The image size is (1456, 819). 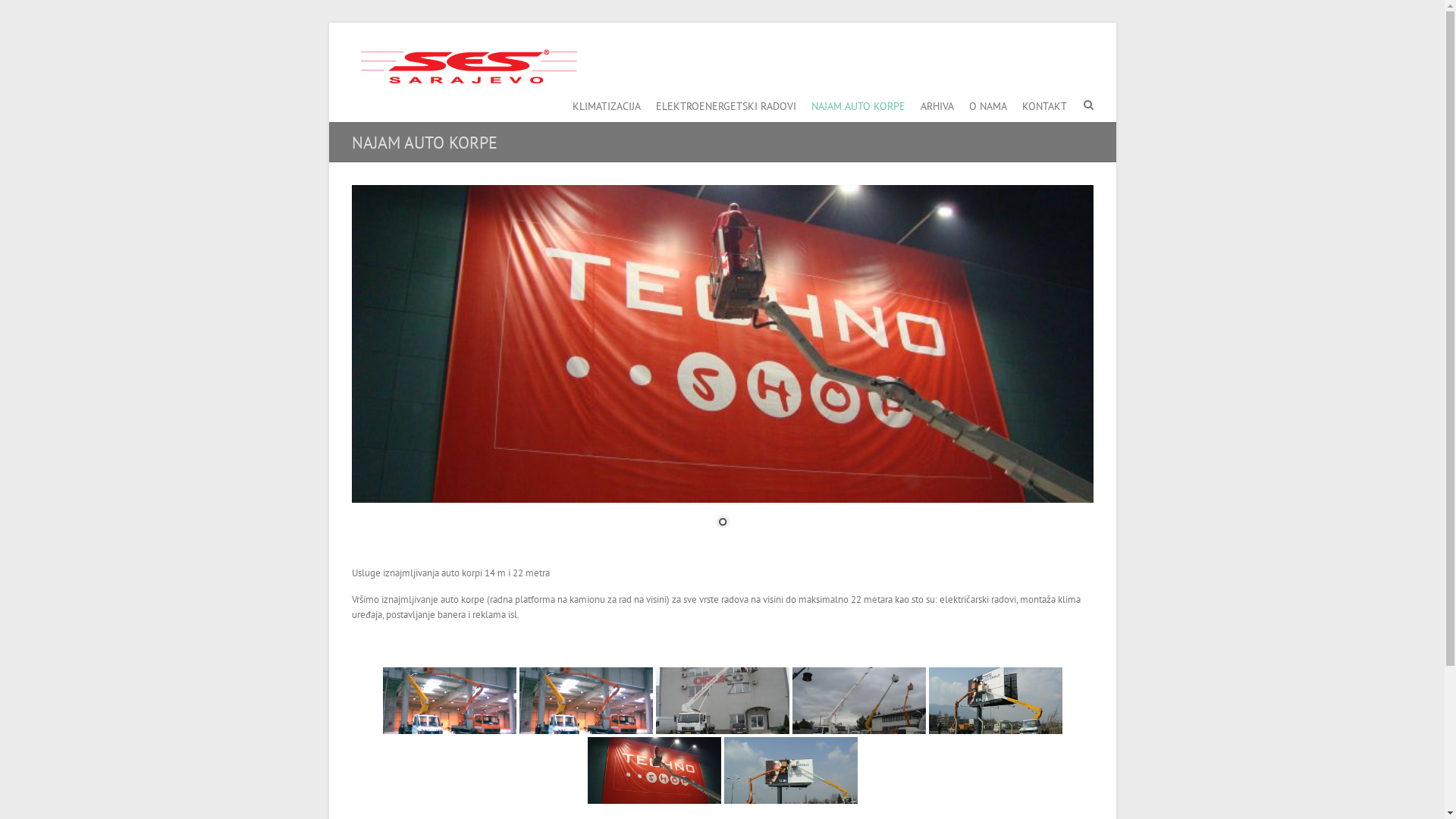 What do you see at coordinates (465, 65) in the screenshot?
I see `'SES.ba'` at bounding box center [465, 65].